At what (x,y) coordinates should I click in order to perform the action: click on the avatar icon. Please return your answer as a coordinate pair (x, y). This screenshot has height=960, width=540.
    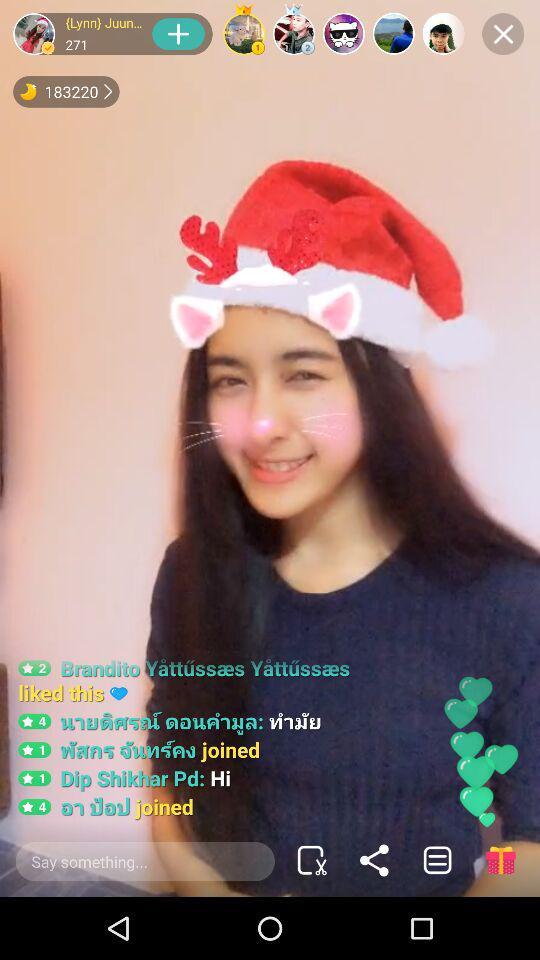
    Looking at the image, I should click on (33, 33).